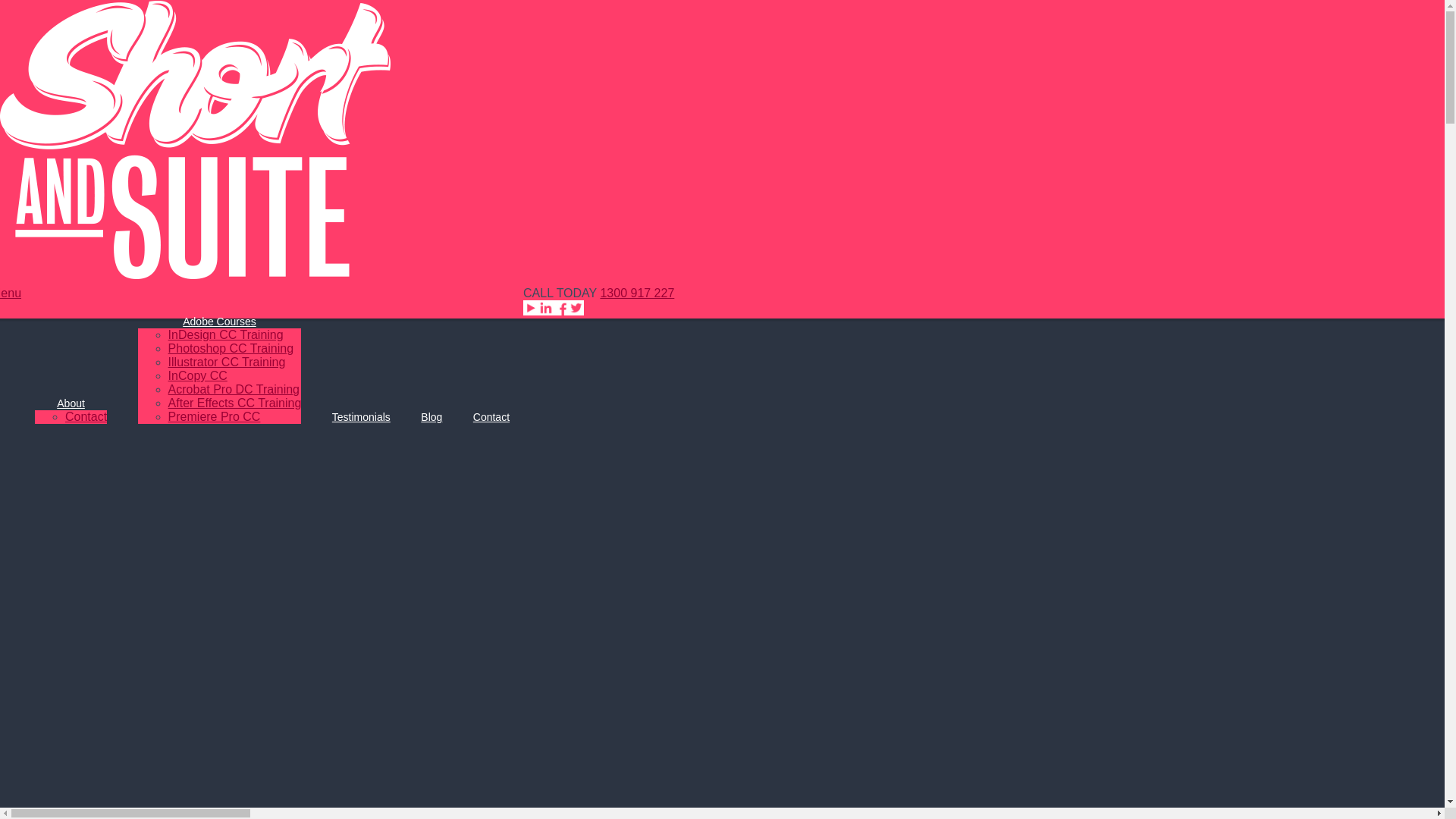 The height and width of the screenshot is (819, 1456). I want to click on 'After Effects CC Training', so click(234, 402).